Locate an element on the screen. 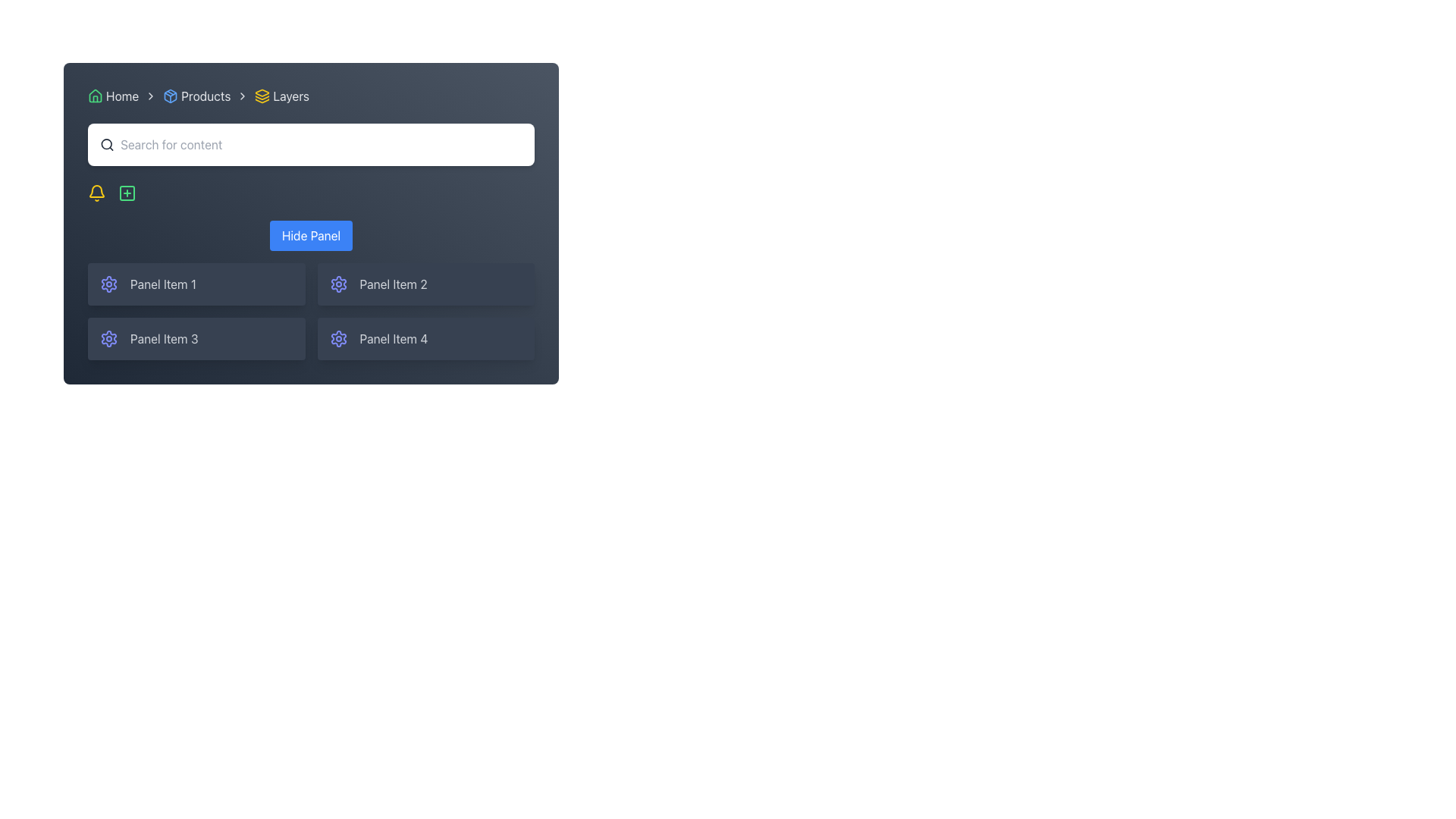 The width and height of the screenshot is (1456, 819). the gear icon representing settings for 'Panel Item 1' located in the top-left group of four panels is located at coordinates (108, 284).